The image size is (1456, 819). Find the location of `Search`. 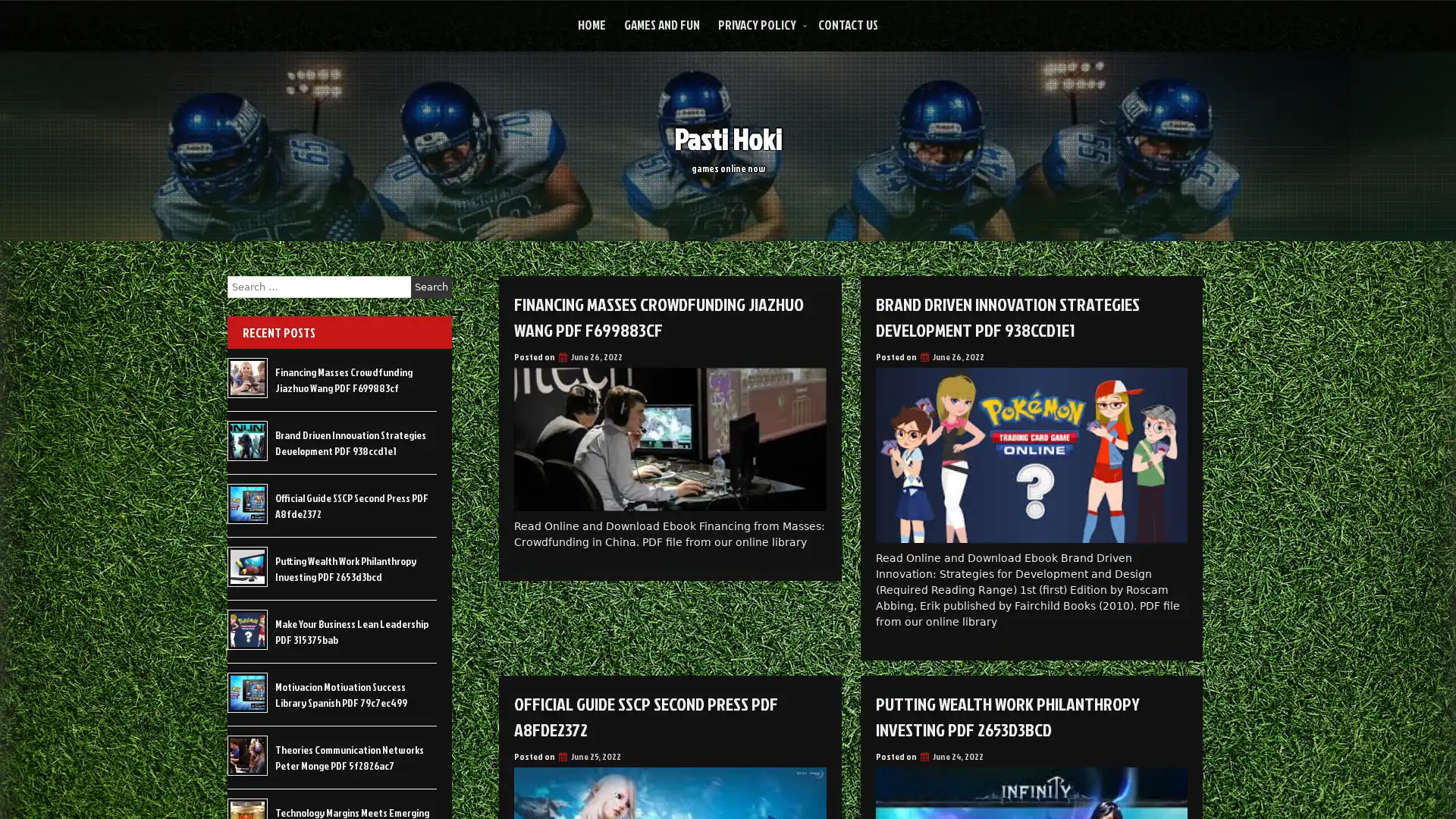

Search is located at coordinates (431, 287).